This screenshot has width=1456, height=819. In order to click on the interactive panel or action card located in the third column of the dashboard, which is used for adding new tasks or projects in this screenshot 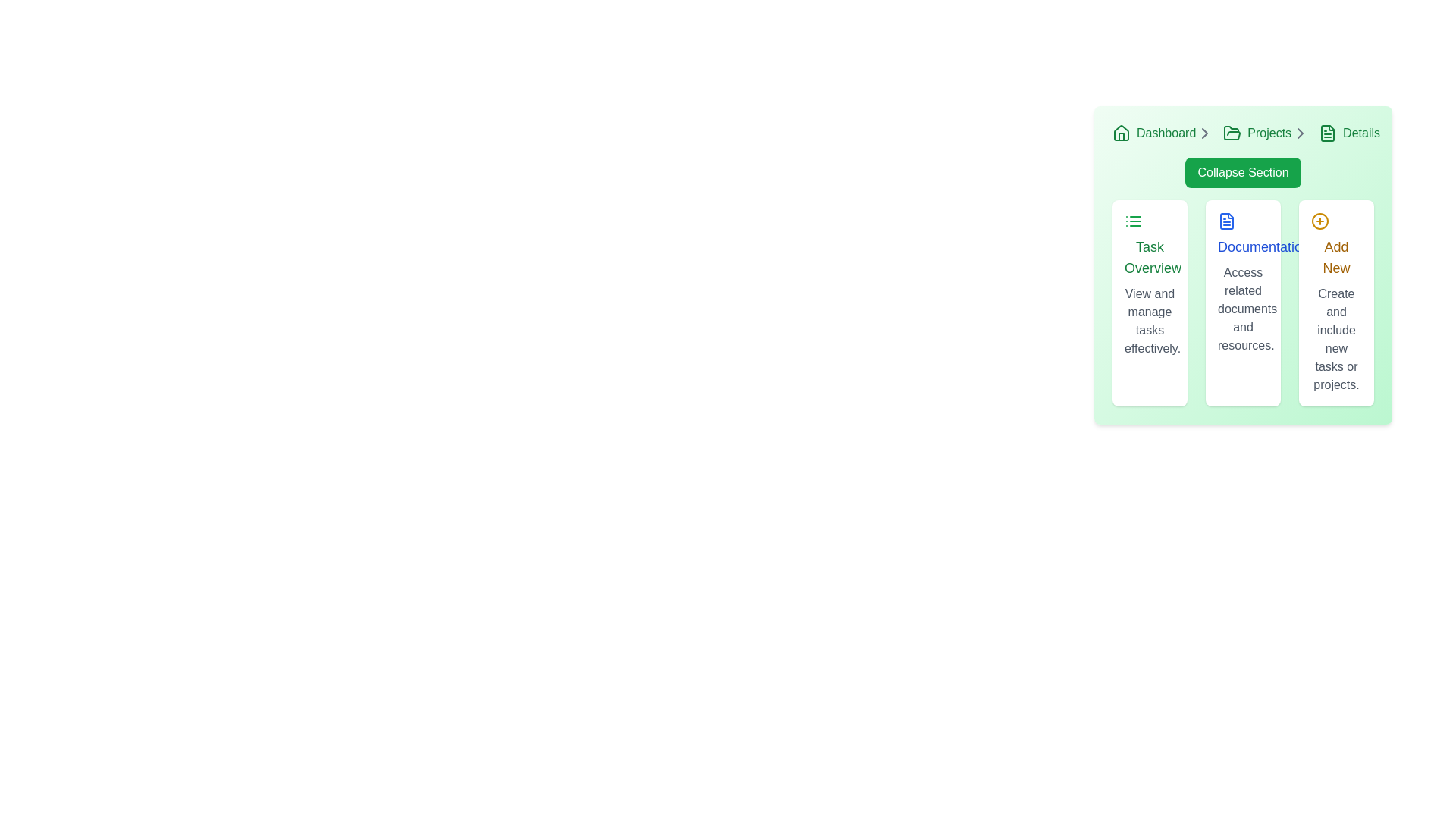, I will do `click(1336, 303)`.